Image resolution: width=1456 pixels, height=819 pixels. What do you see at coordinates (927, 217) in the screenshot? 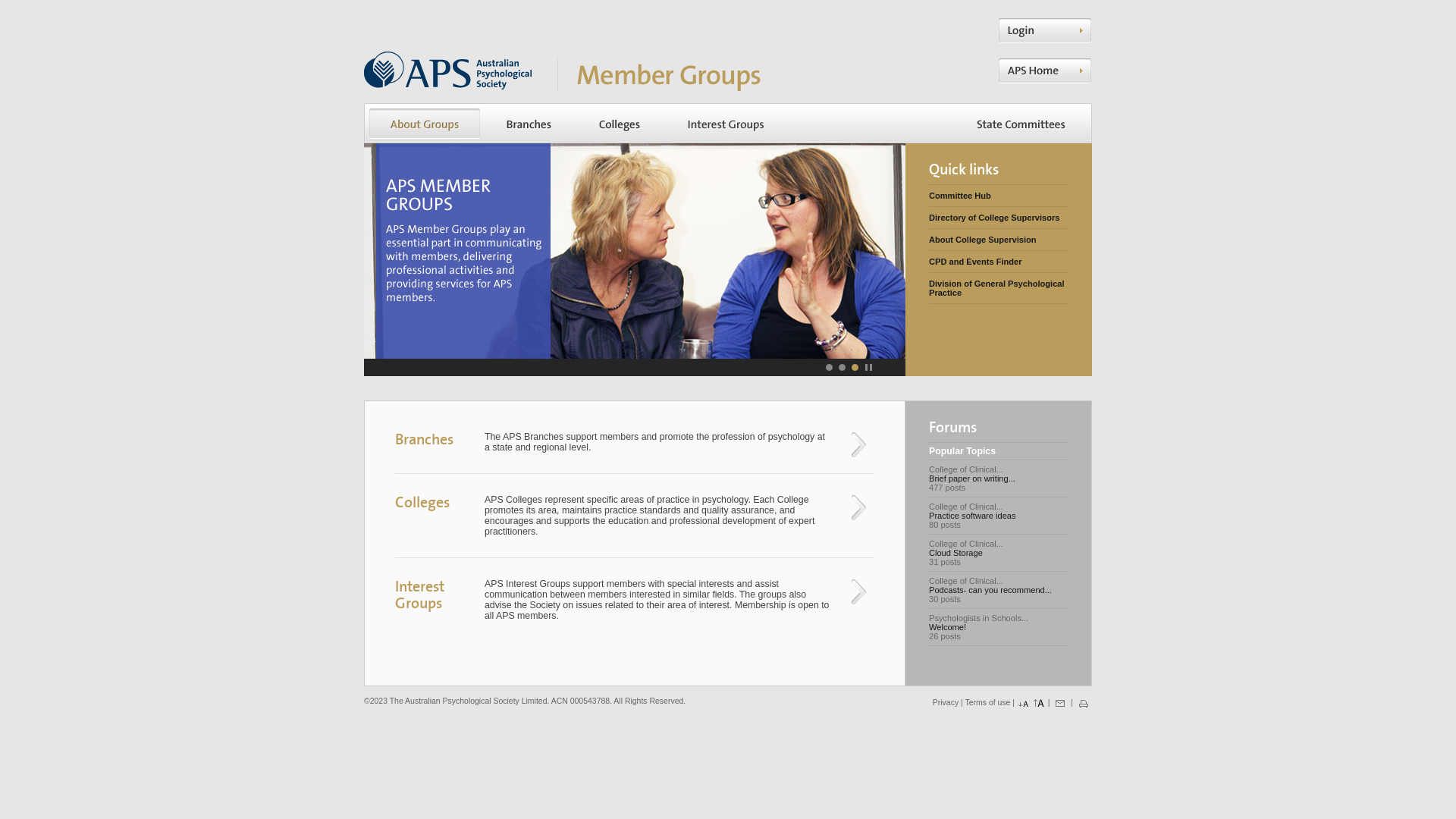
I see `'Directory of College Supervisors'` at bounding box center [927, 217].